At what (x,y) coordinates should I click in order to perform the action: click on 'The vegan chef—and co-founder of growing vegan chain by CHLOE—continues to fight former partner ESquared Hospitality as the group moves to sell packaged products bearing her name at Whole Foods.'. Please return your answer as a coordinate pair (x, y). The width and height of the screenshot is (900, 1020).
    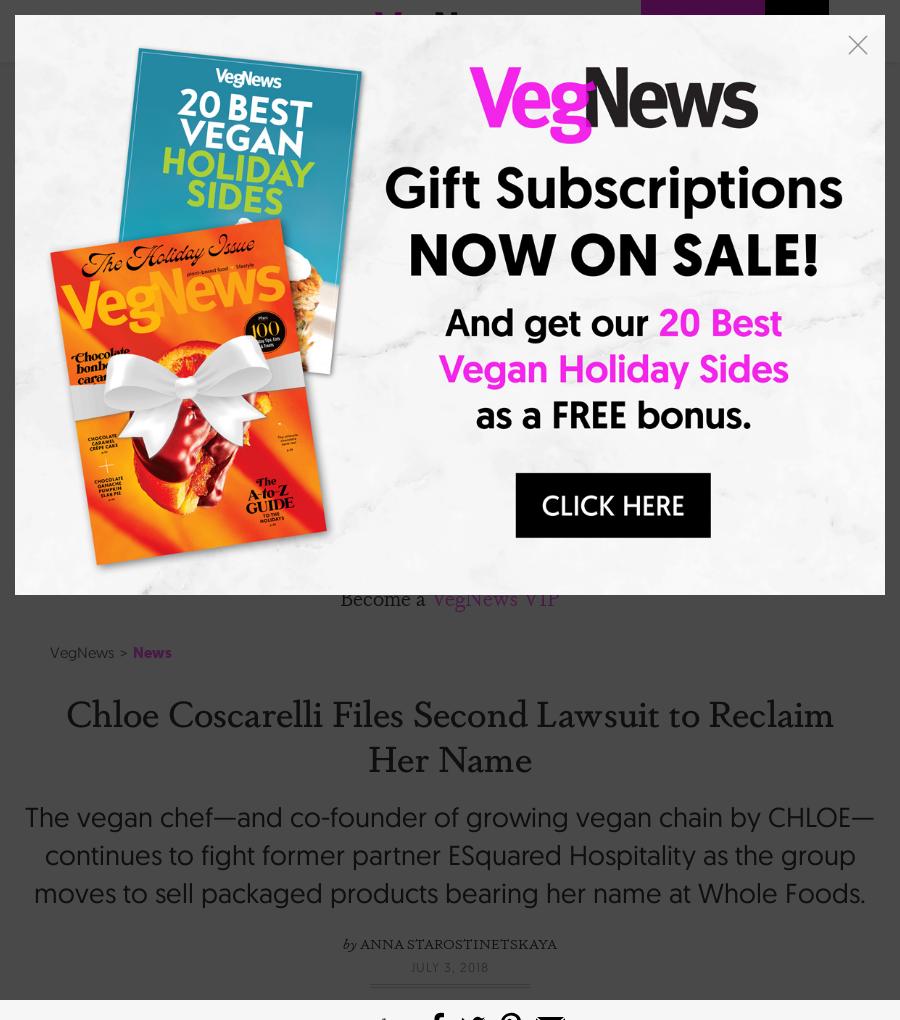
    Looking at the image, I should click on (450, 853).